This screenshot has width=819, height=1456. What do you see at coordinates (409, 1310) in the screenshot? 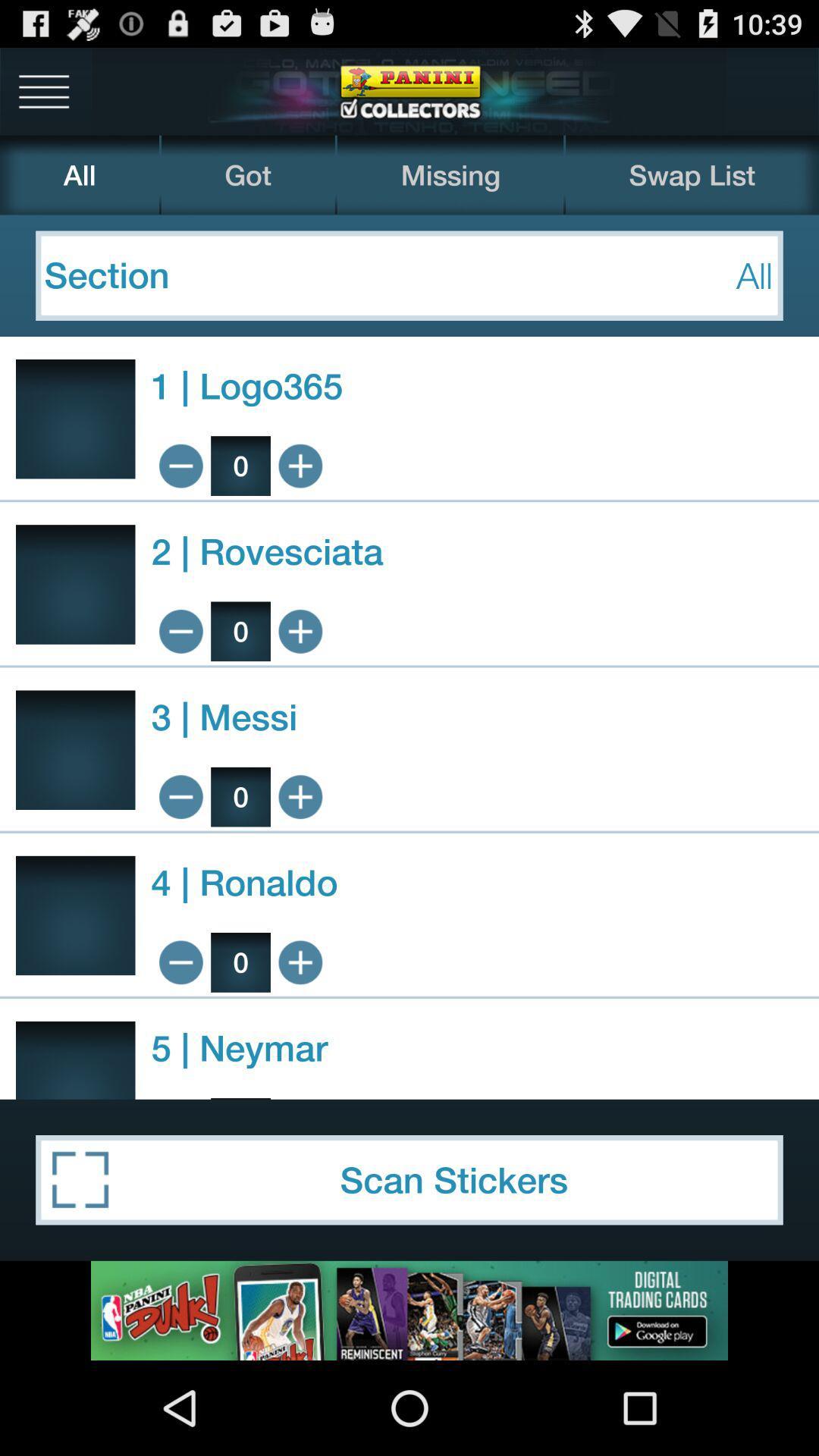
I see `open advertisement` at bounding box center [409, 1310].